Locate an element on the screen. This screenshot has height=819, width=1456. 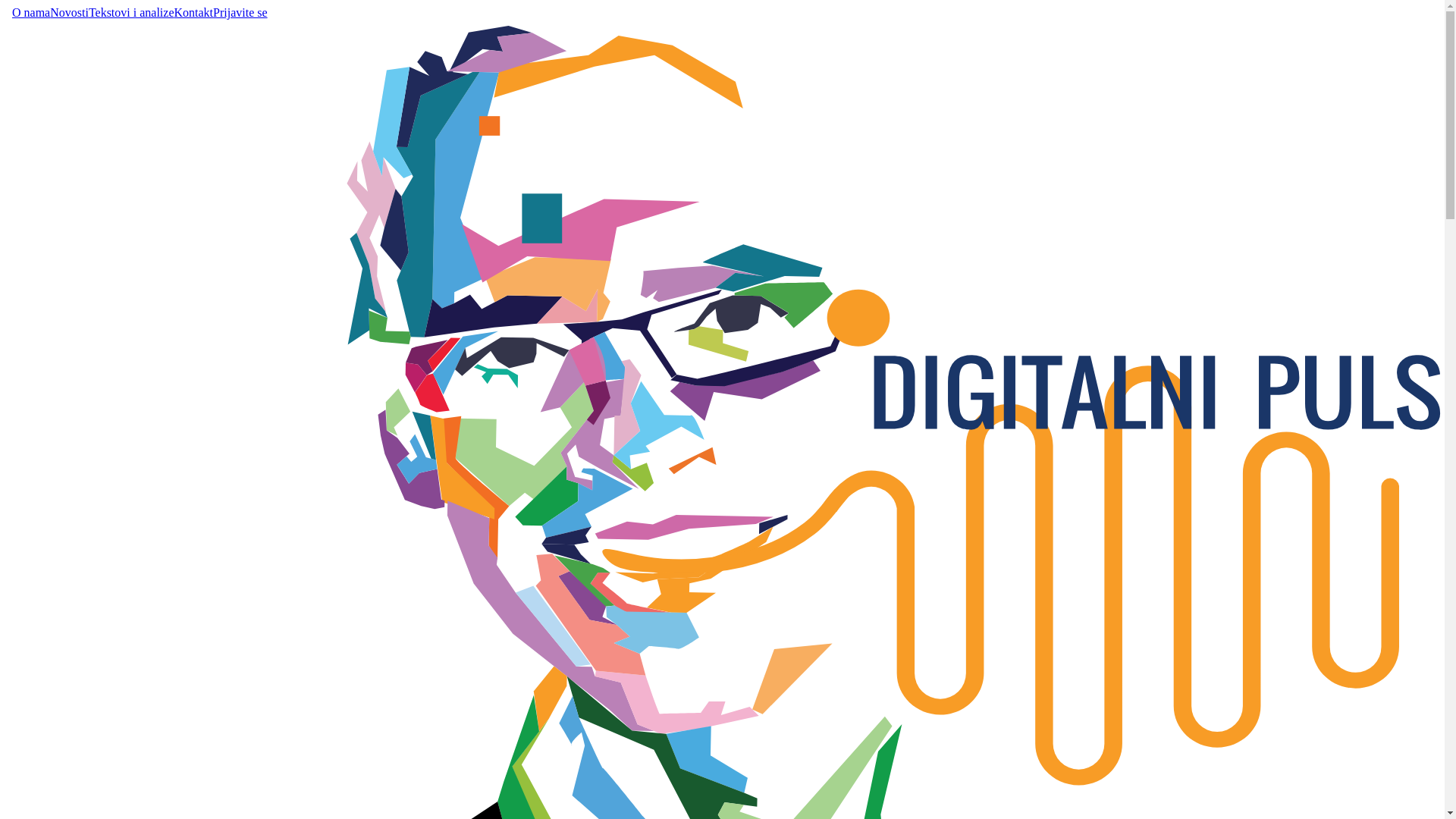
'O nama' is located at coordinates (31, 12).